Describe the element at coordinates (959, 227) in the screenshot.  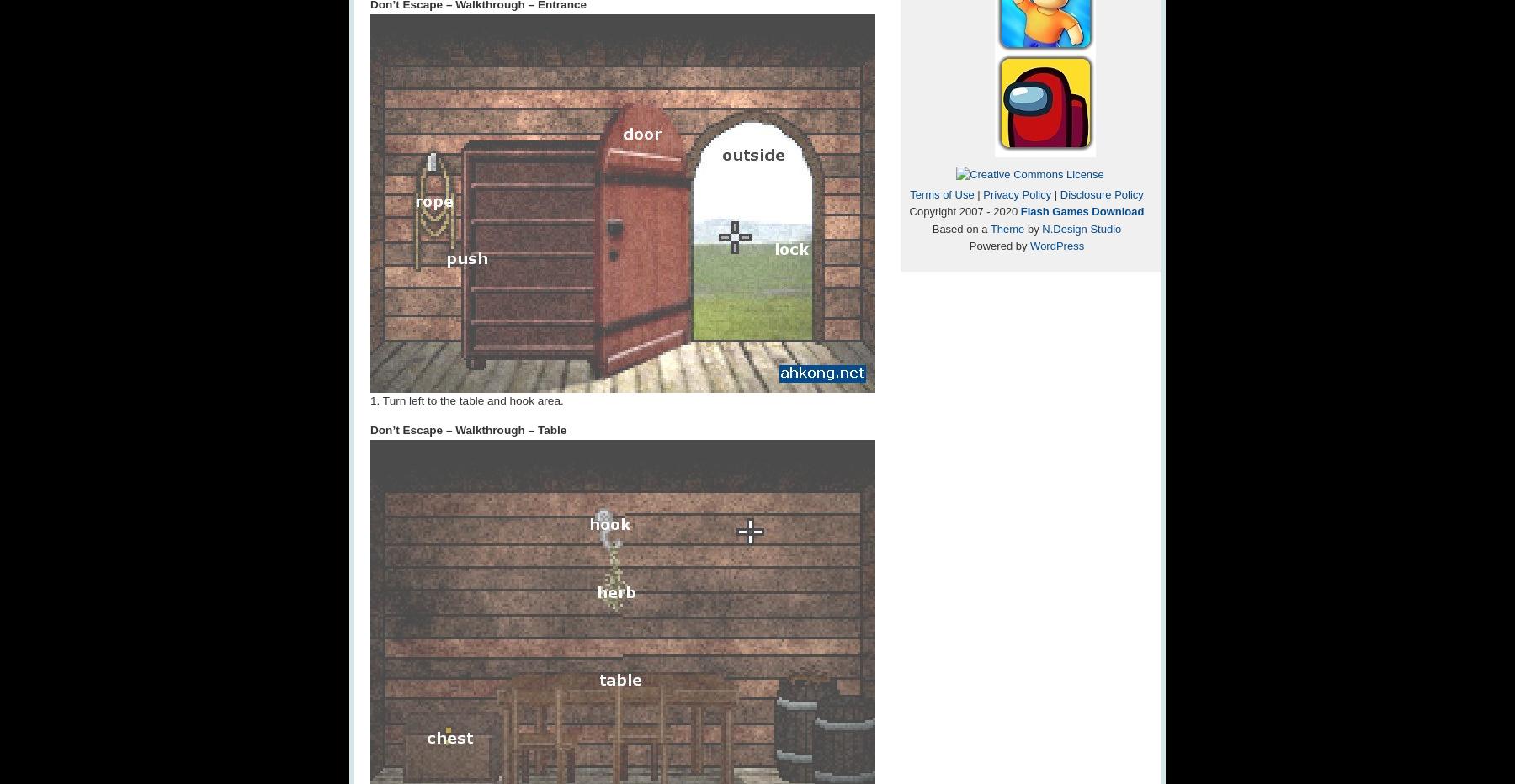
I see `'Based on a'` at that location.